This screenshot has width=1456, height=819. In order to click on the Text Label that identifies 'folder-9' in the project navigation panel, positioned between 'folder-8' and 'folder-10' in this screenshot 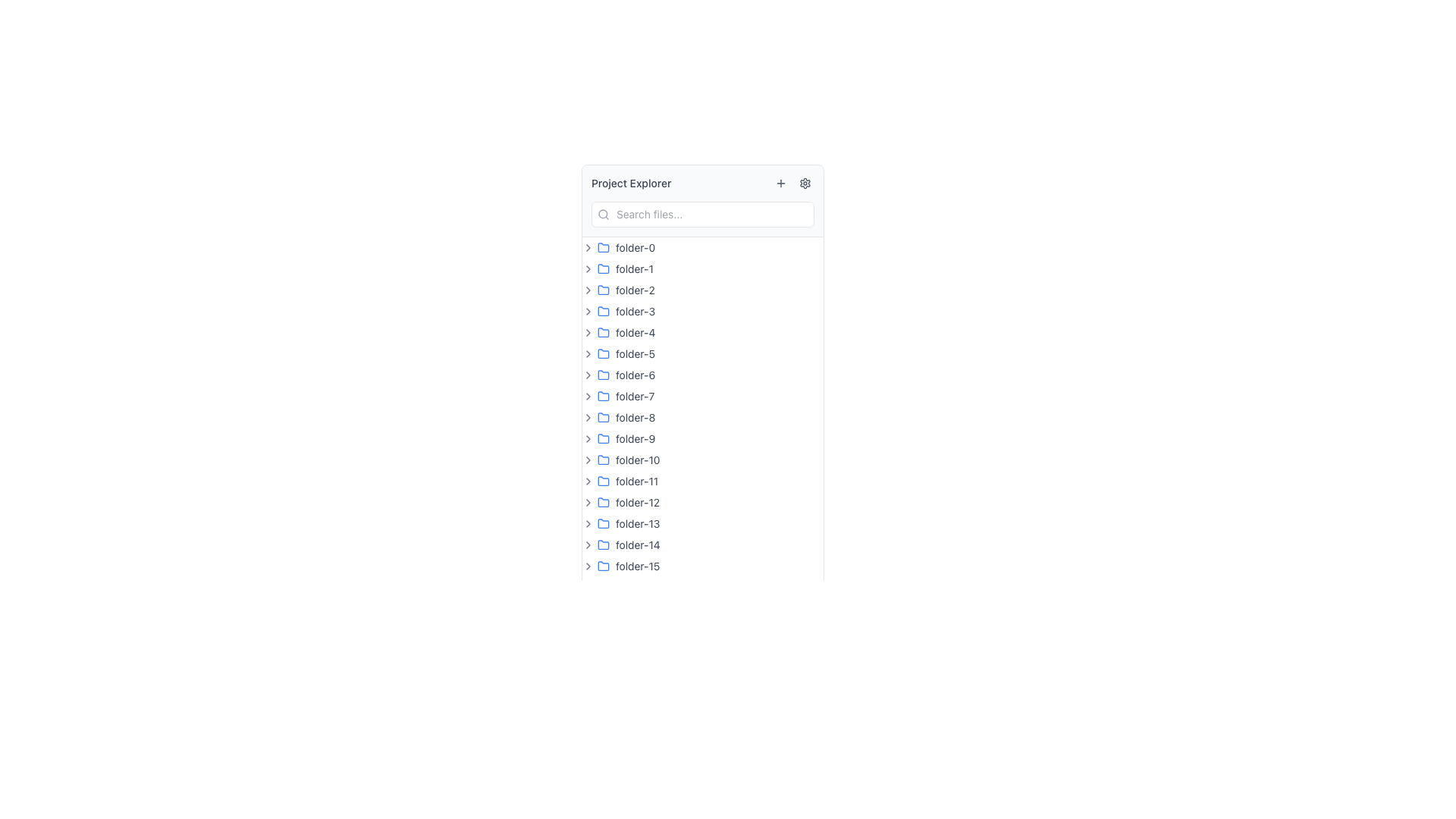, I will do `click(635, 438)`.